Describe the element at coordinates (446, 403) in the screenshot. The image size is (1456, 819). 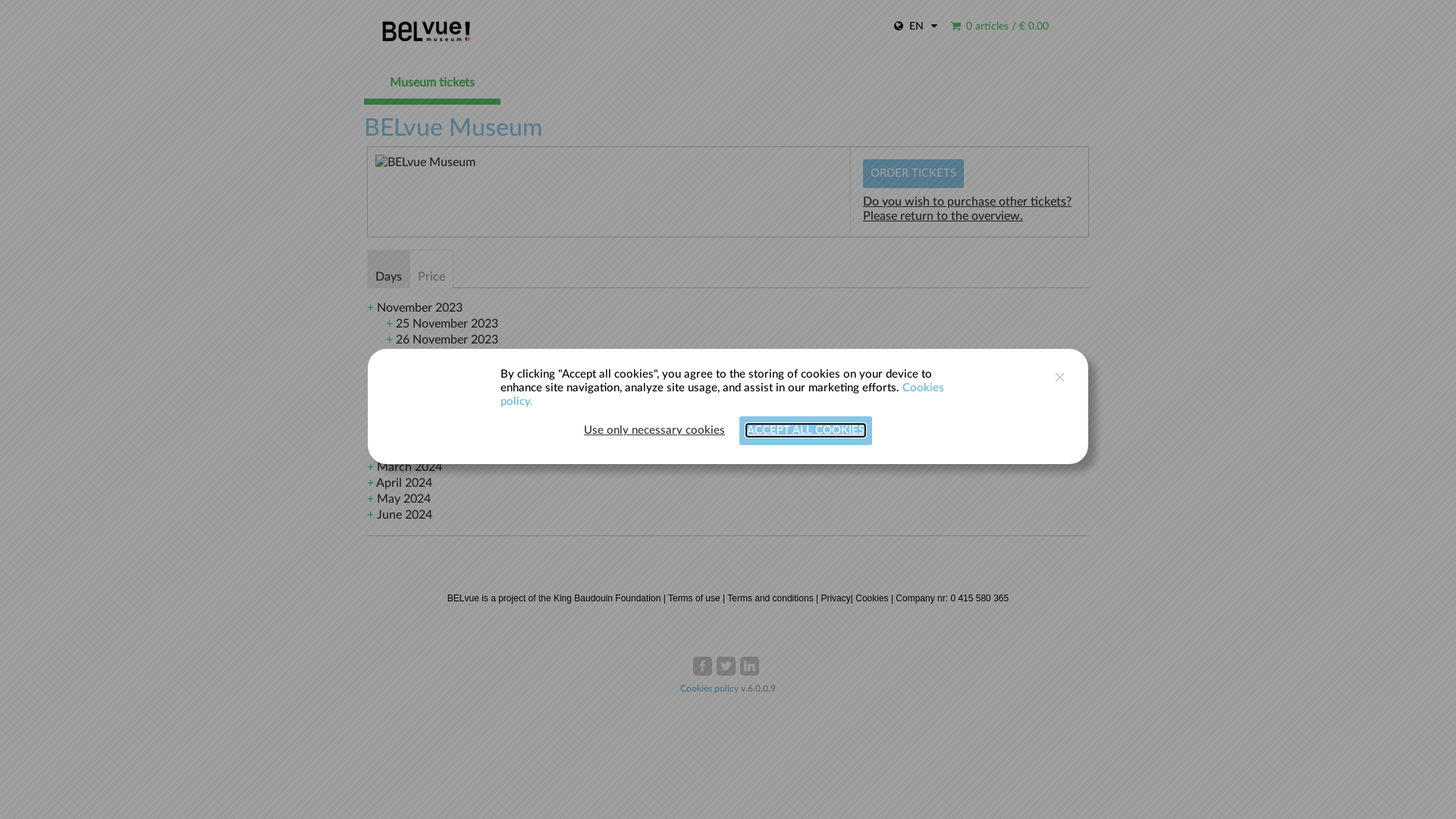
I see `'30 November 2023'` at that location.